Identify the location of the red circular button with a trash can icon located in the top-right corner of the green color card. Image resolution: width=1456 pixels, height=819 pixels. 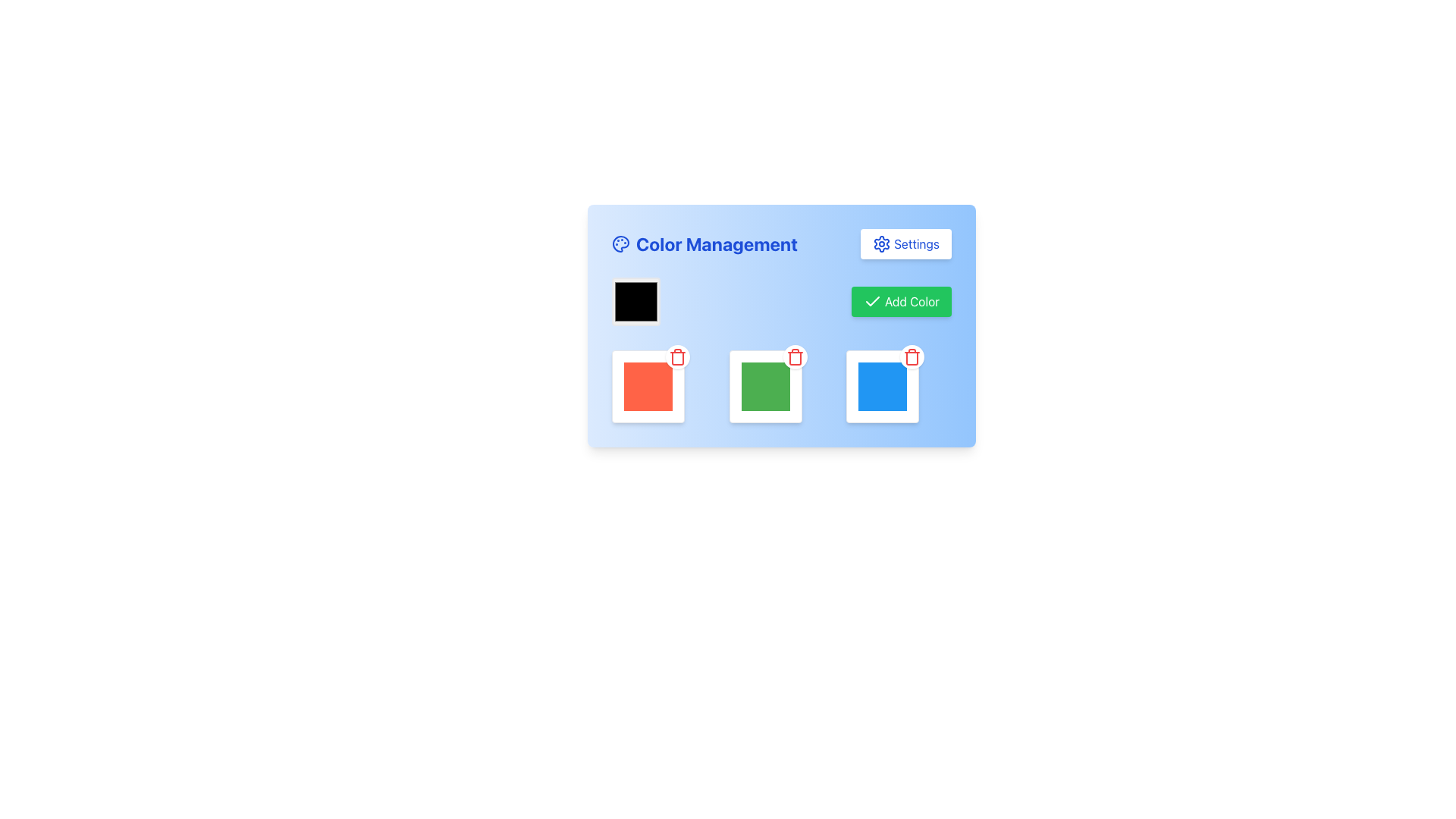
(794, 356).